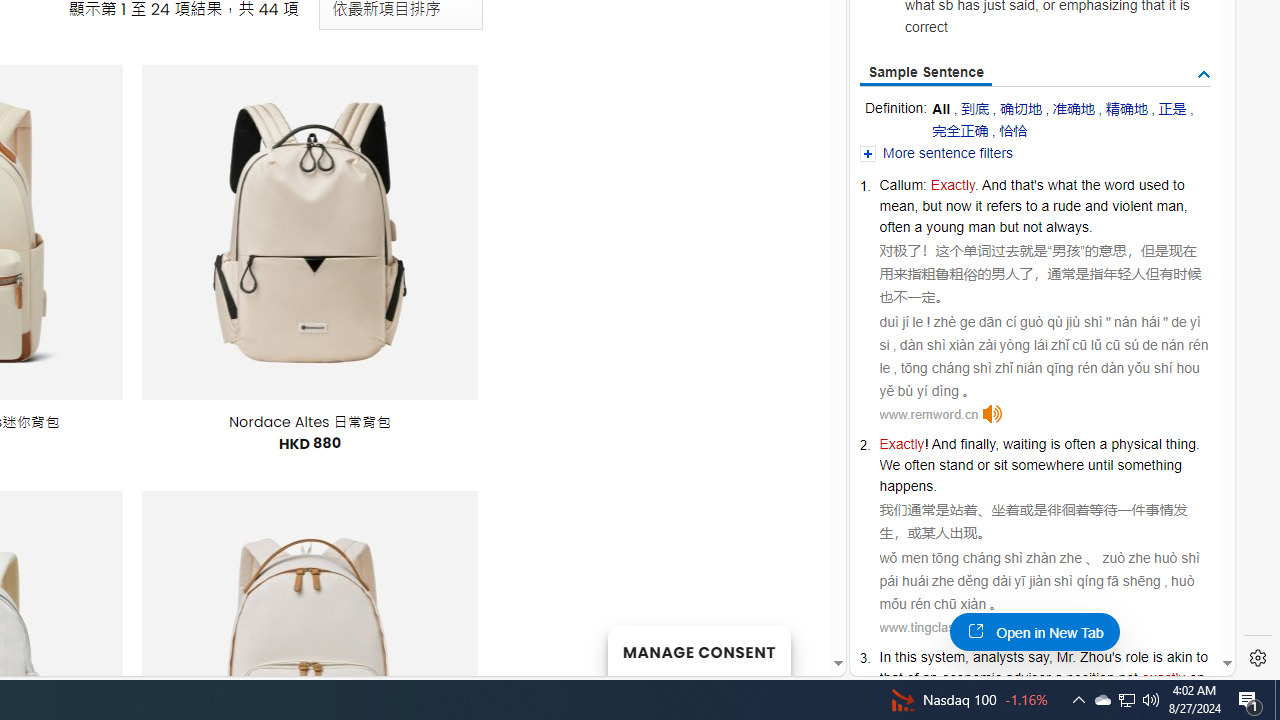 The image size is (1280, 720). I want to click on 'analysts', so click(998, 657).